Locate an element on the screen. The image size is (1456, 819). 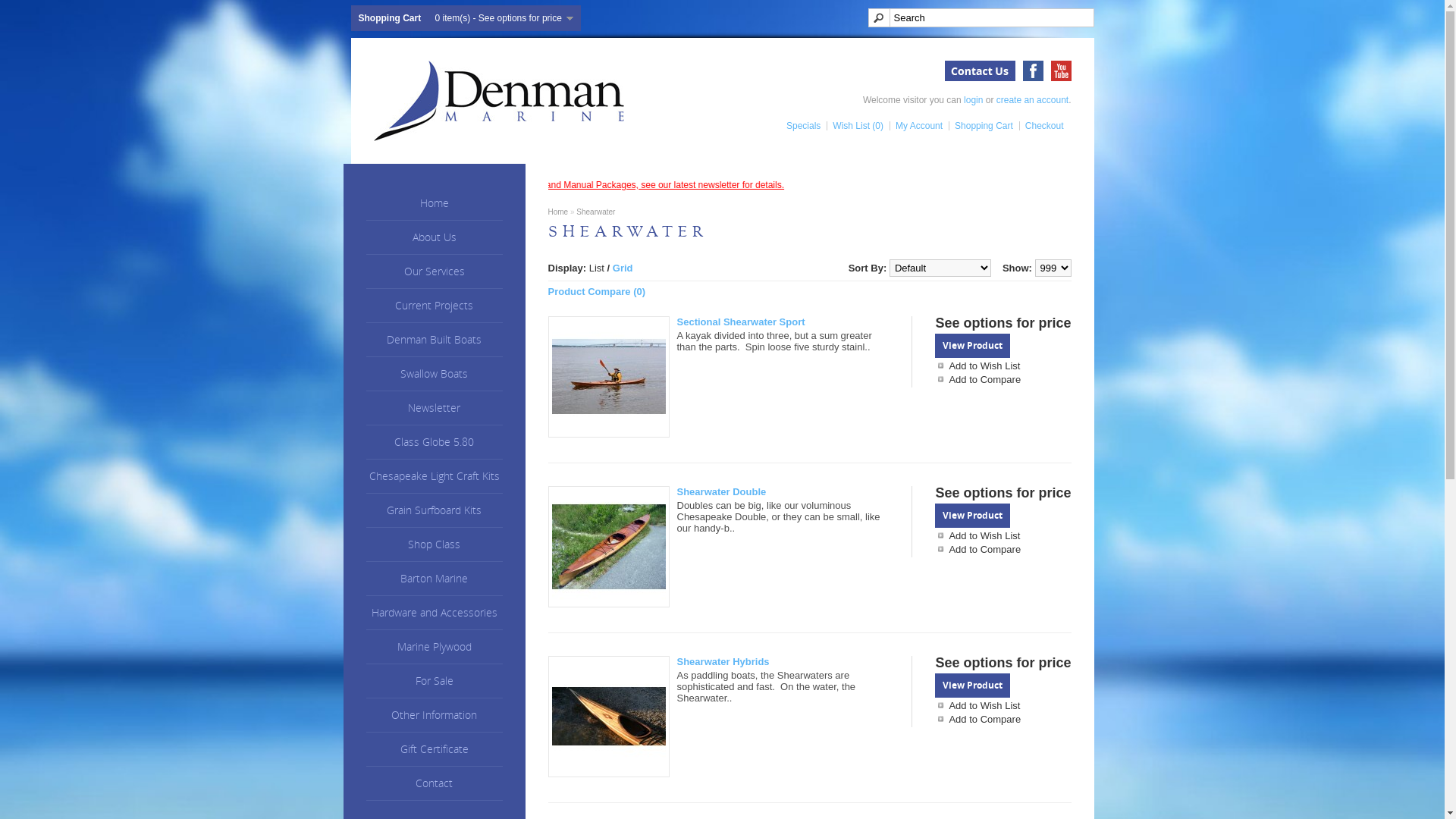
'Current Projects' is located at coordinates (432, 306).